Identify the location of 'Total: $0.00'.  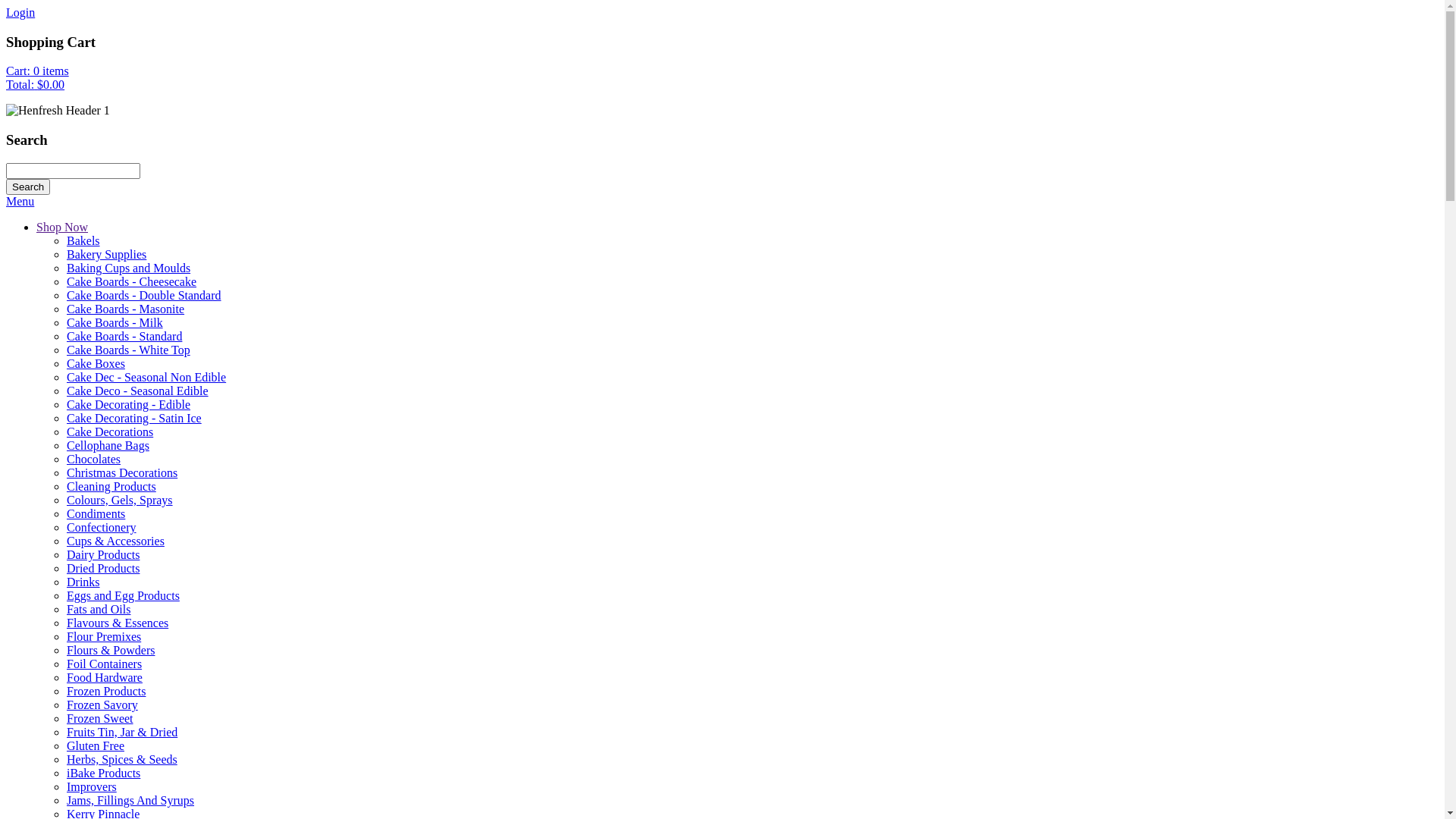
(35, 84).